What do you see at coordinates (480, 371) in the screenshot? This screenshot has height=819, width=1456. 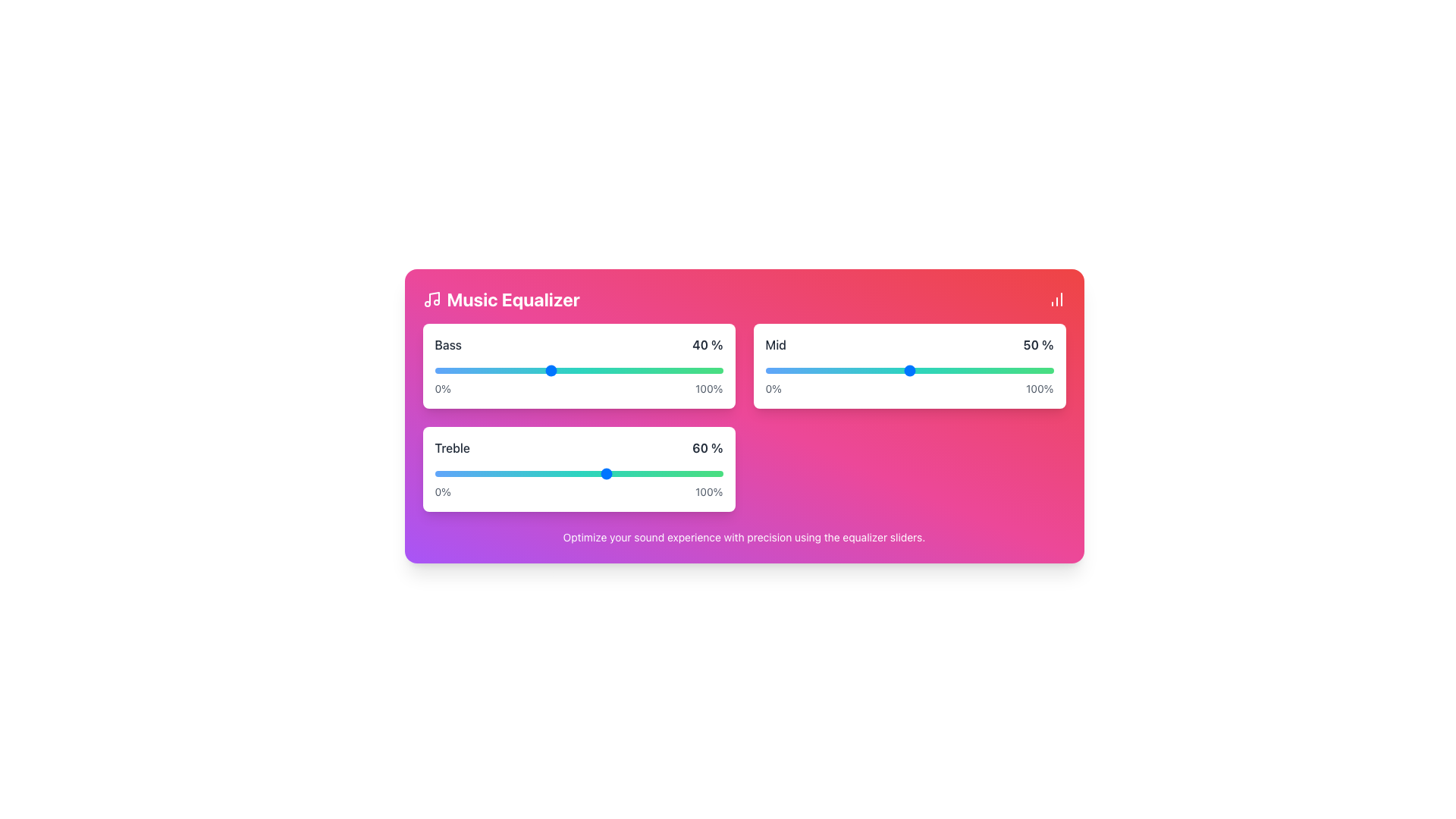 I see `the bass equalizer` at bounding box center [480, 371].